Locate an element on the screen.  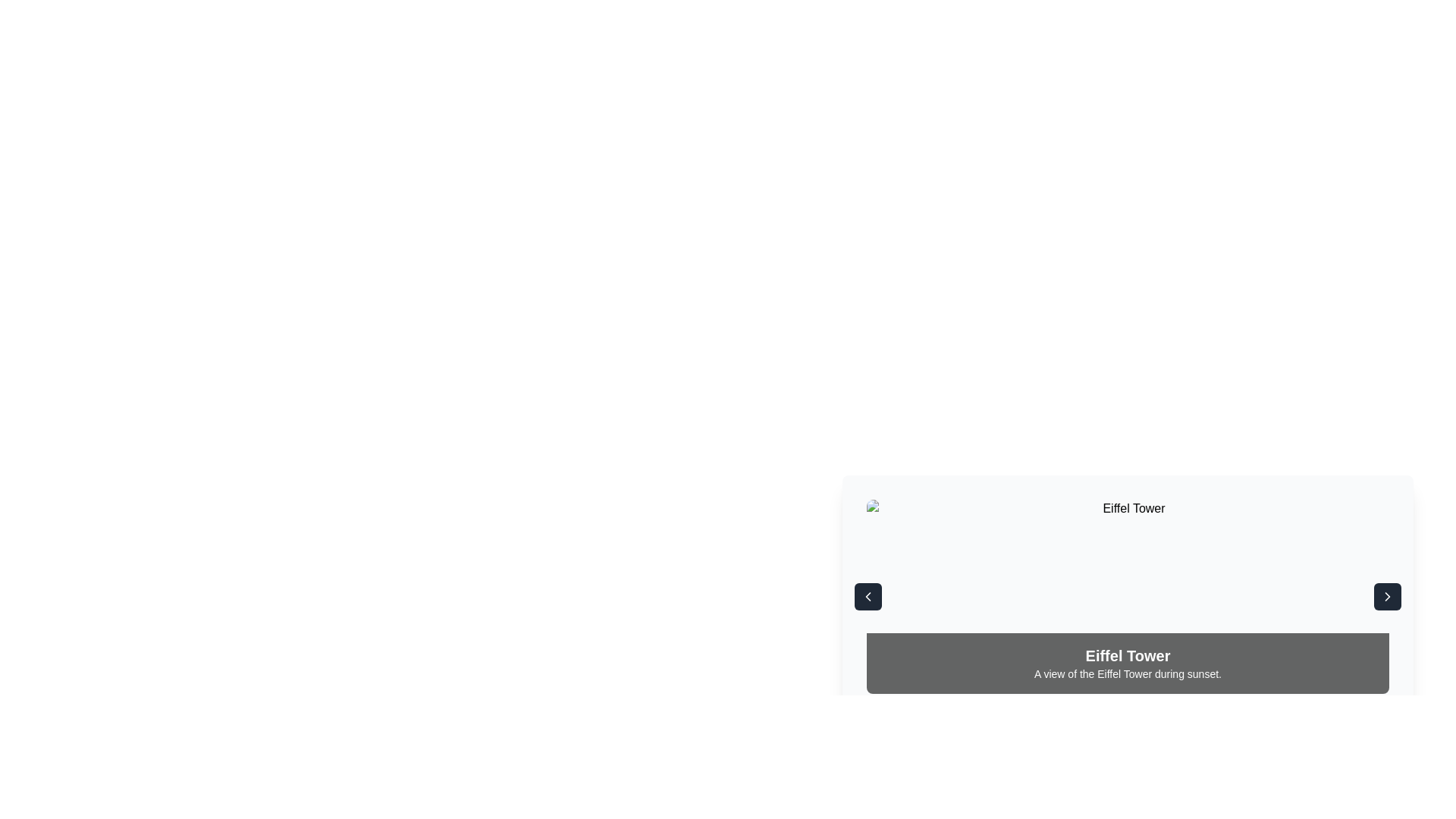
the 'next' navigation button, which is a dark rectangular button with rounded corners and a rightward-pointing chevron icon, located at the far-right side of its containing section is located at coordinates (1387, 595).